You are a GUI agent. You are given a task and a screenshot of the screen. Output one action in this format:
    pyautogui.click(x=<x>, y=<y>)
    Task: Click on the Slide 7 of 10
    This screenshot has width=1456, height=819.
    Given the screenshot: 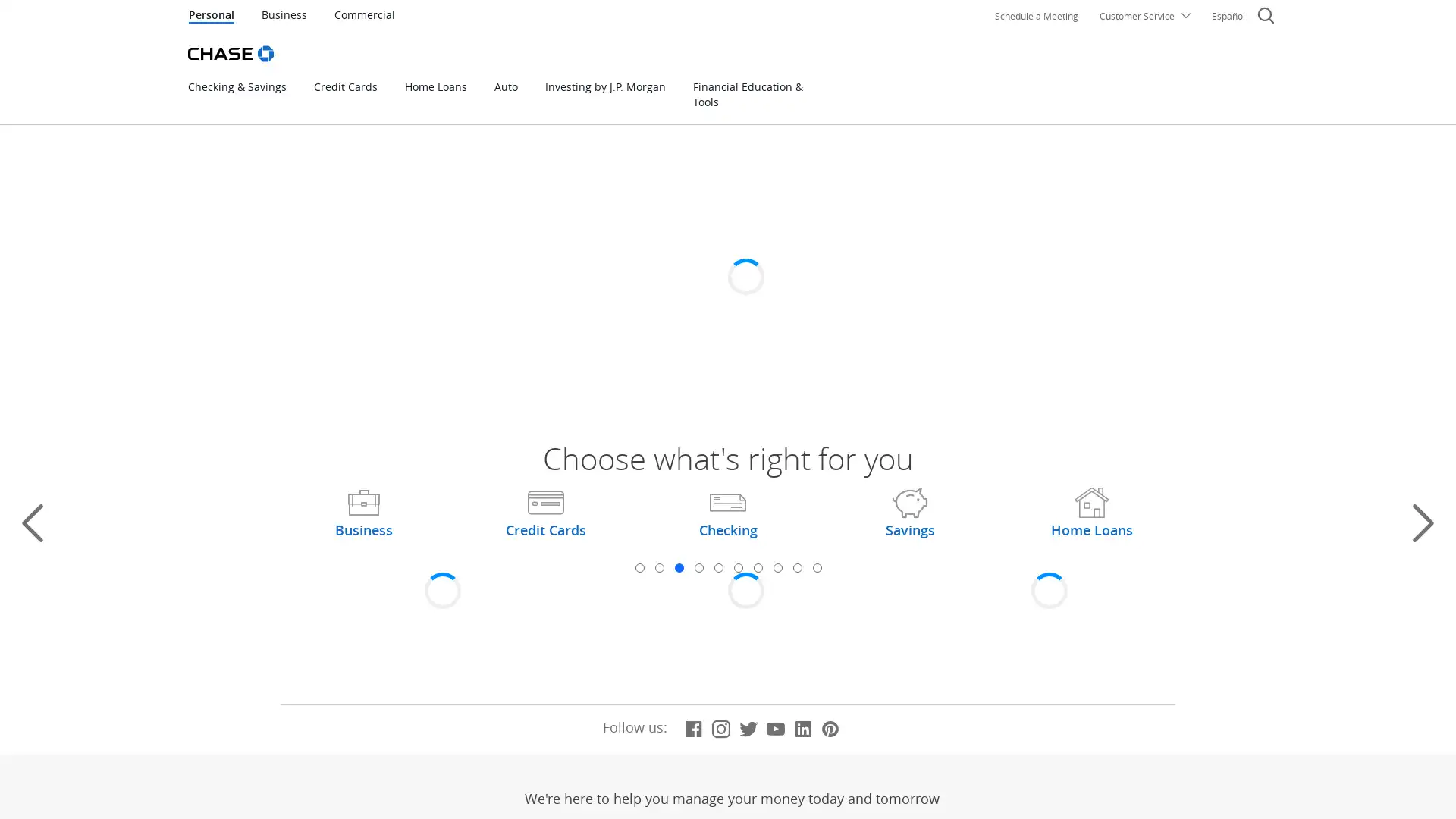 What is the action you would take?
    pyautogui.click(x=757, y=567)
    